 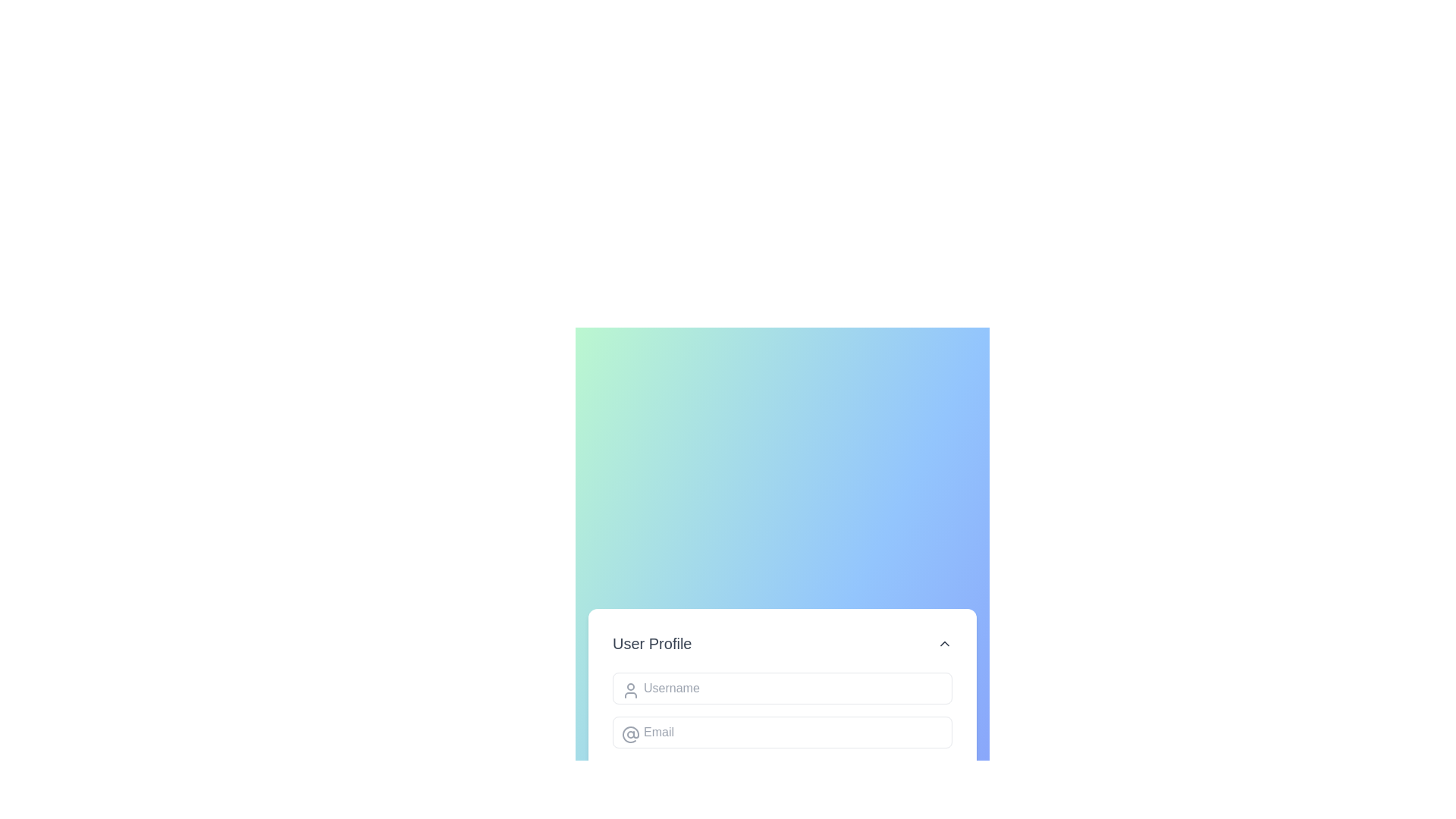 I want to click on the user profile SVG icon, which is a gray outline of a head and shoulders, located to the left of the 'Username' input field, so click(x=630, y=690).